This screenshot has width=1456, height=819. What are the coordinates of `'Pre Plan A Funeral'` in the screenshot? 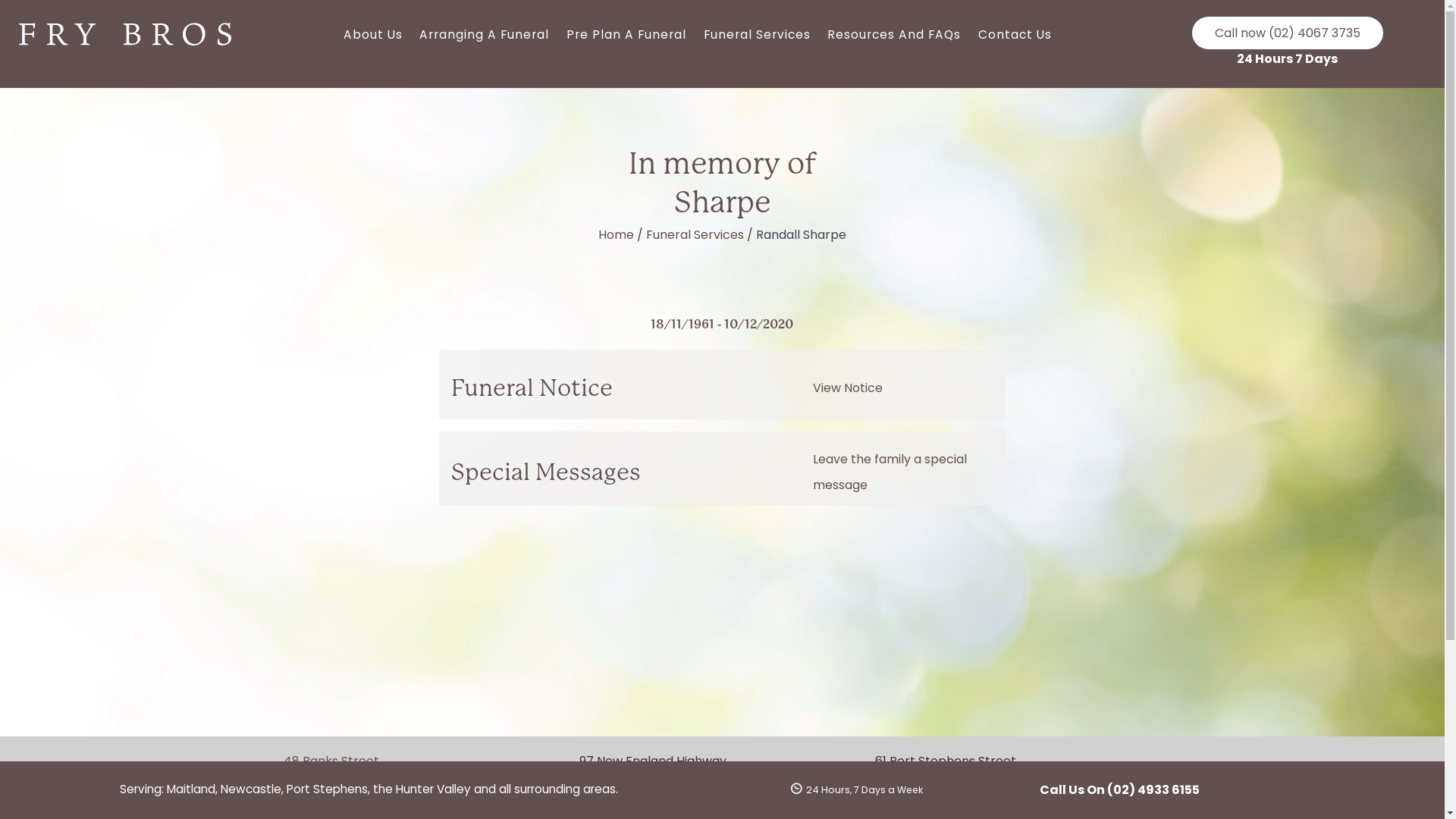 It's located at (626, 34).